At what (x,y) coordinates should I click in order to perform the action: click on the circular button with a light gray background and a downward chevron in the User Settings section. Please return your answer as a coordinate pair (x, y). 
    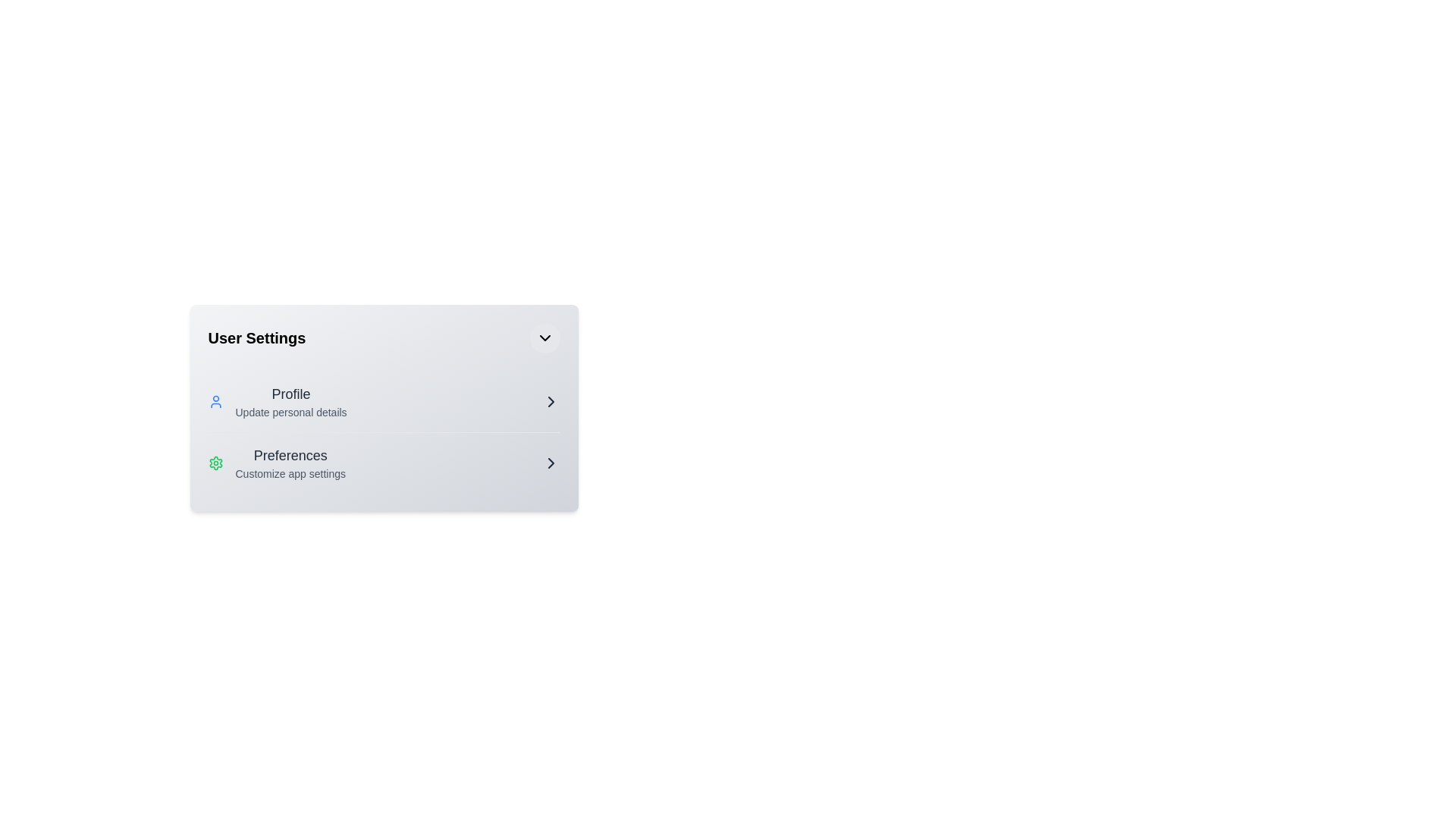
    Looking at the image, I should click on (544, 337).